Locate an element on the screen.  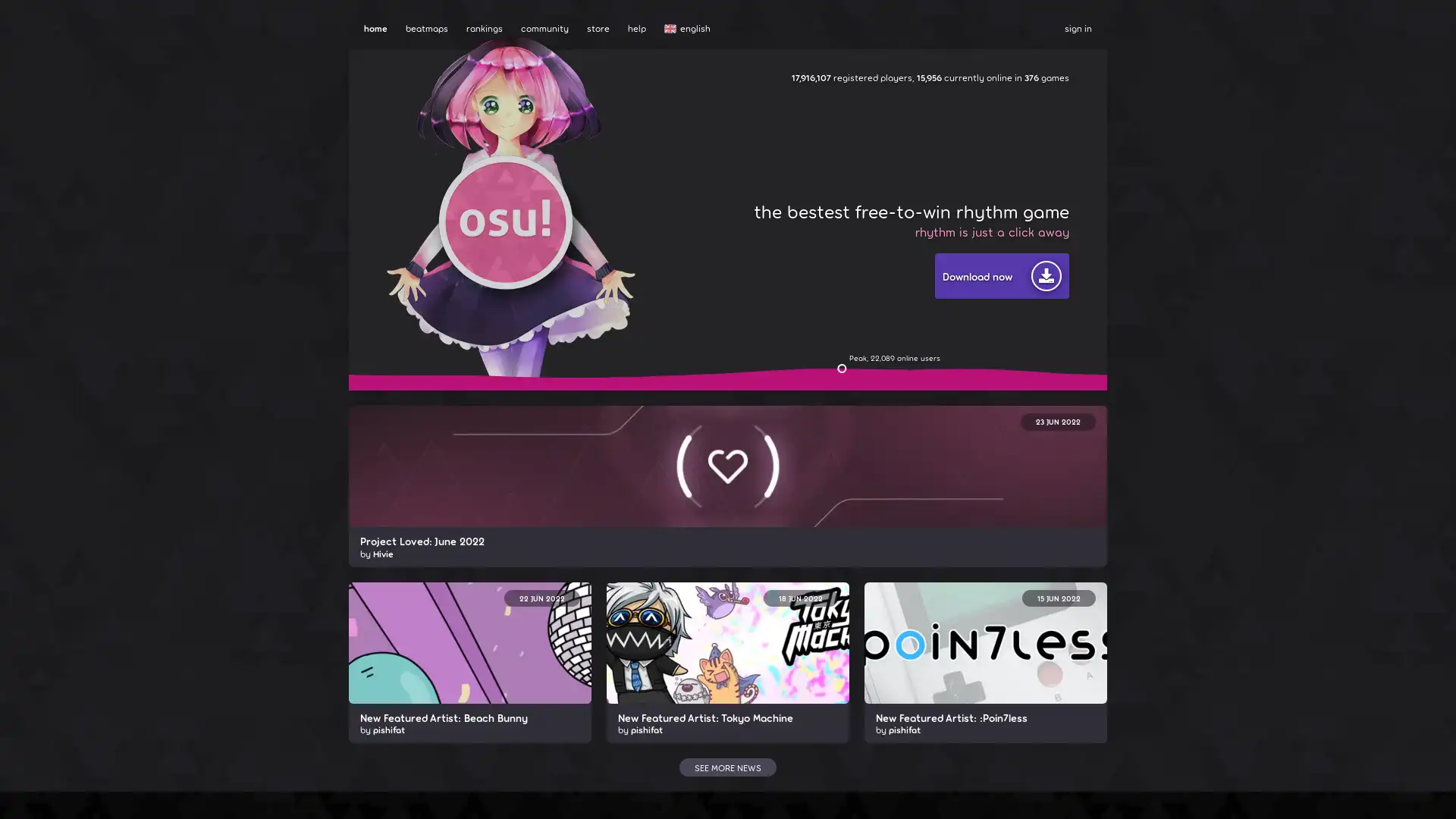
dansk is located at coordinates (709, 149).